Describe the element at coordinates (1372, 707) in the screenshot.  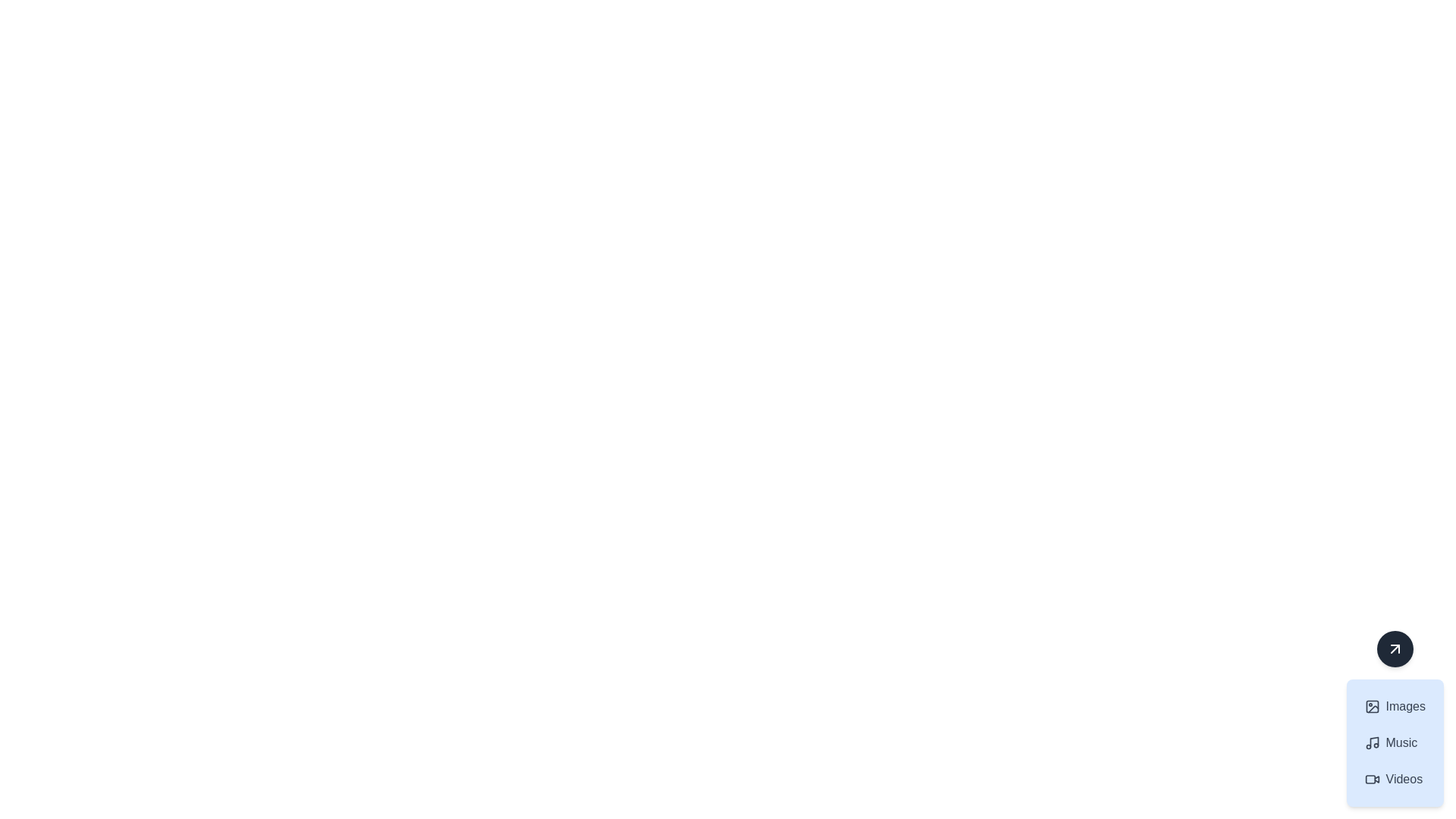
I see `the rectangular part of the SVG graphic representing the 'Images' option` at that location.